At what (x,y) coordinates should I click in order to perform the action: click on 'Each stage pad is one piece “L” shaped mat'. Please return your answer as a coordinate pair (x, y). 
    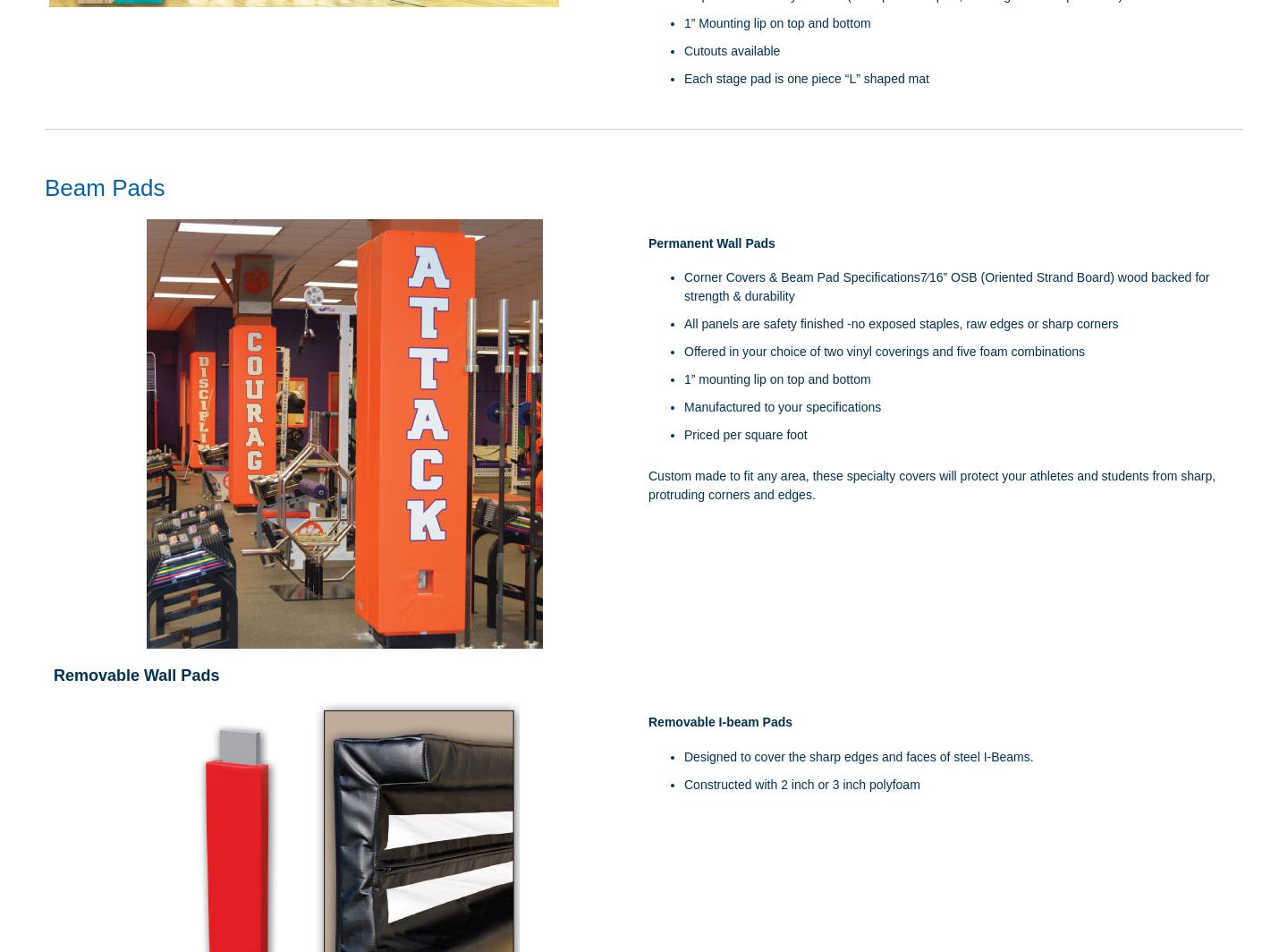
    Looking at the image, I should click on (806, 78).